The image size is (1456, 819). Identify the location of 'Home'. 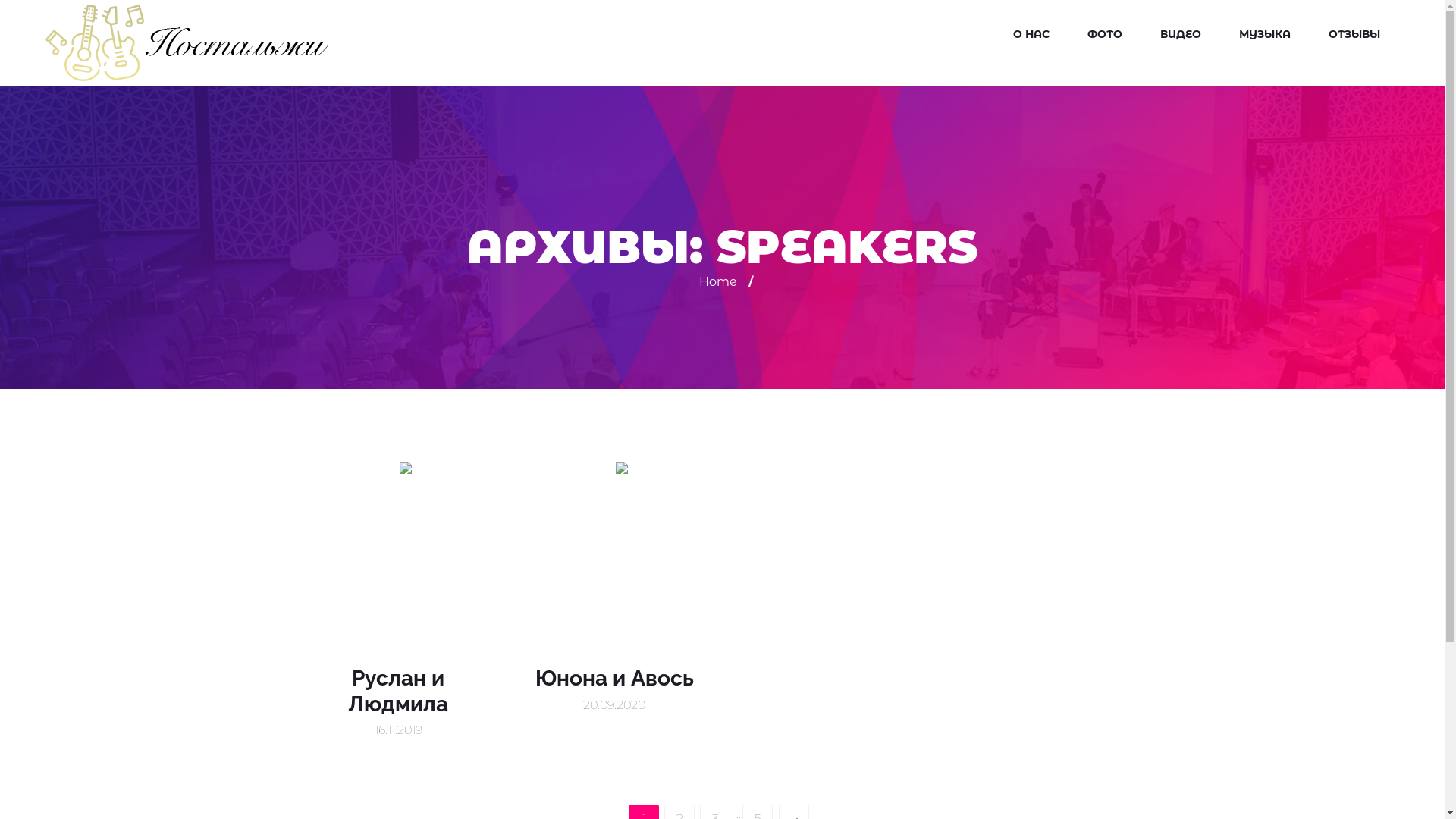
(698, 281).